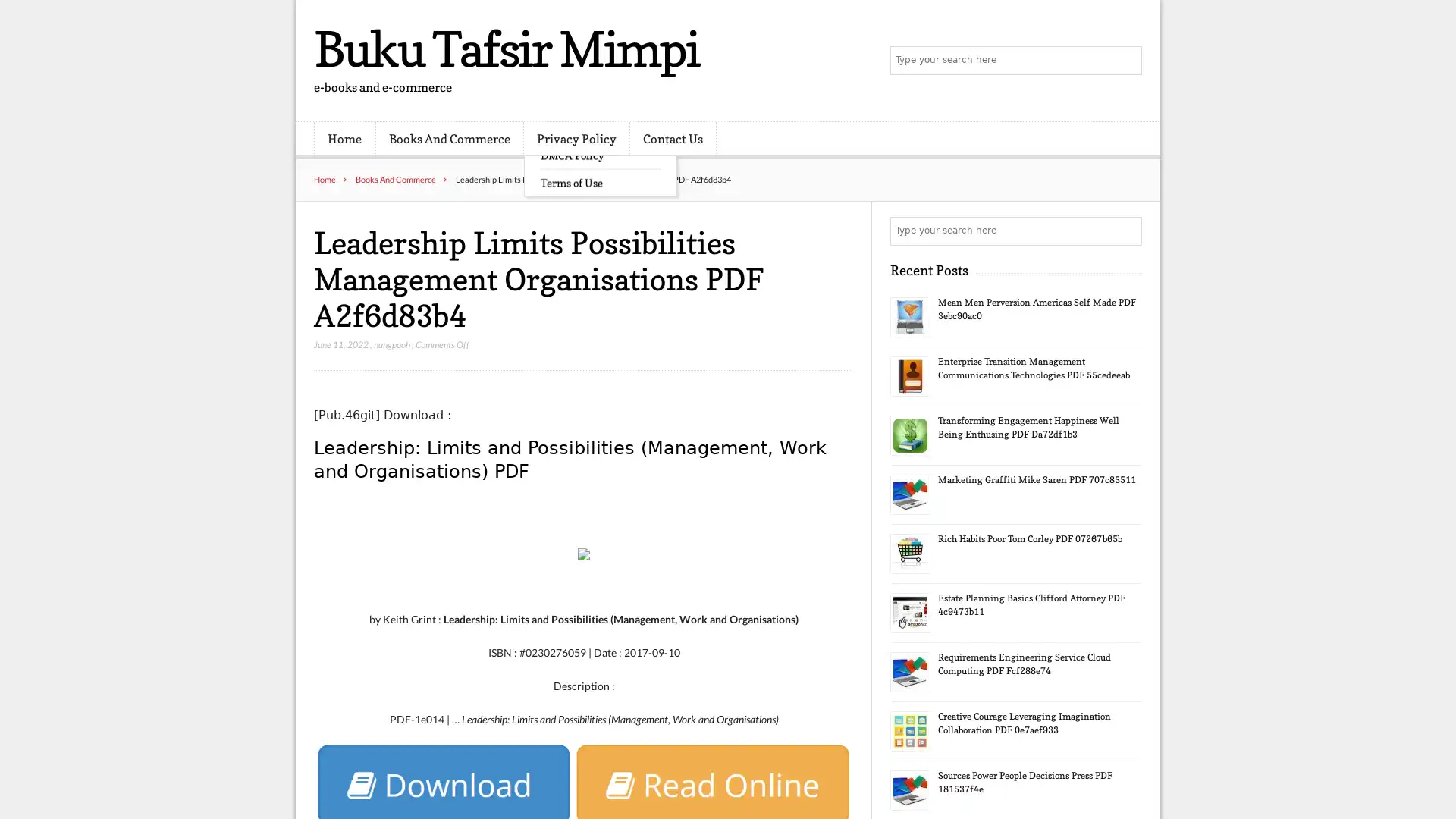  I want to click on Search, so click(1126, 61).